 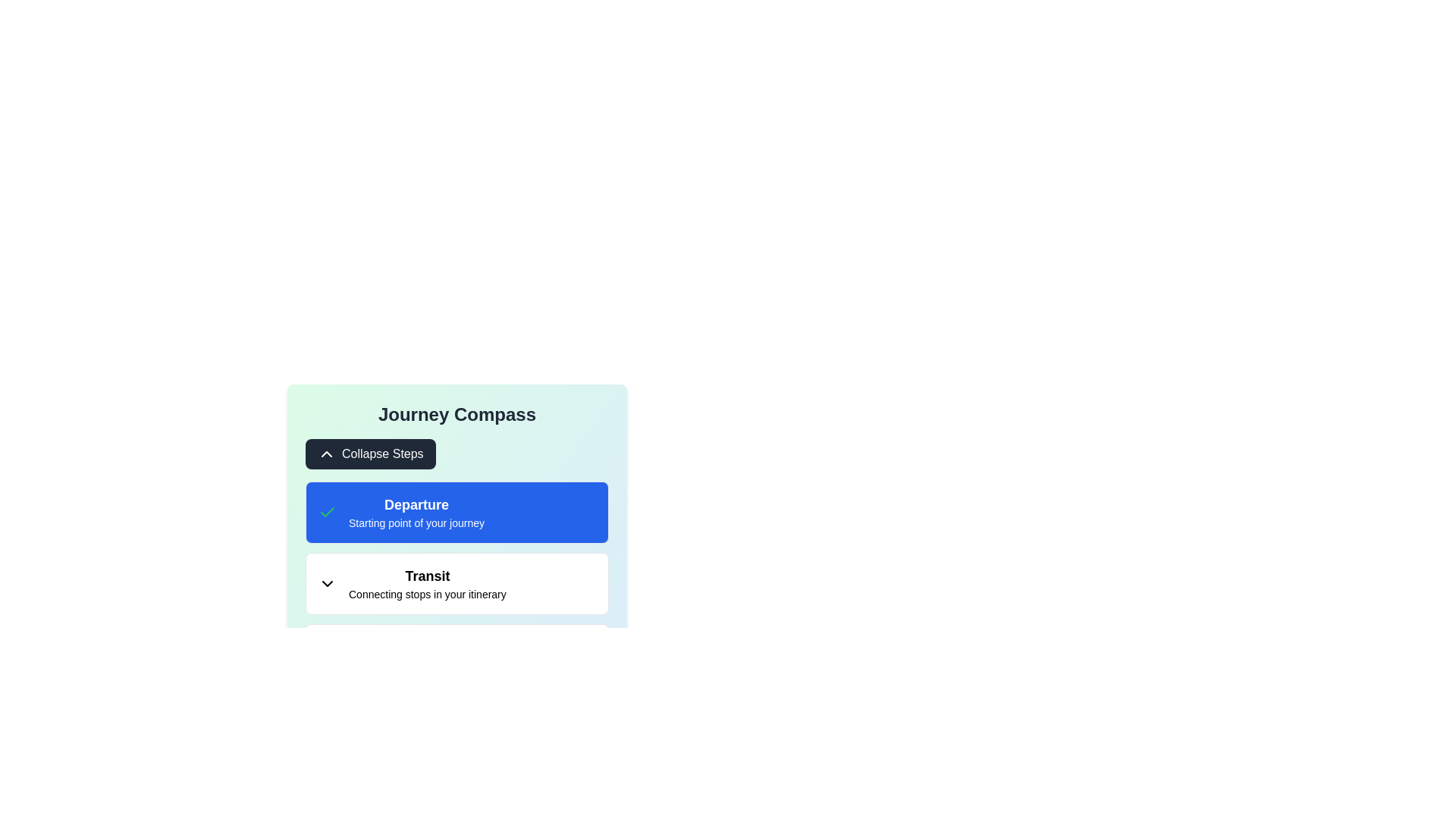 I want to click on the 'Transit' text label, which is displayed in bold font and aligned to the center above the subtitle, located within the 'Departure' card in the step-by-step journey interface, so click(x=426, y=583).